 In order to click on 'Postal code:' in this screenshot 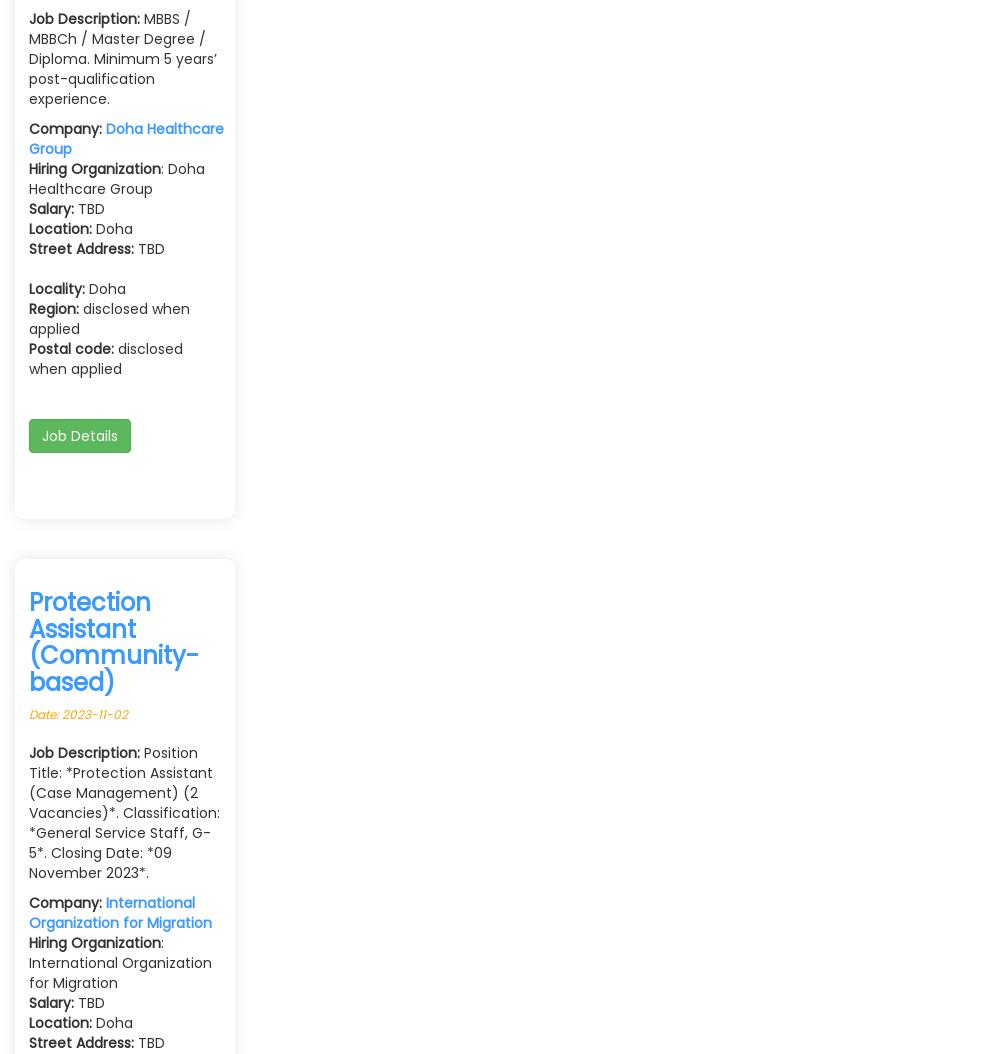, I will do `click(71, 348)`.